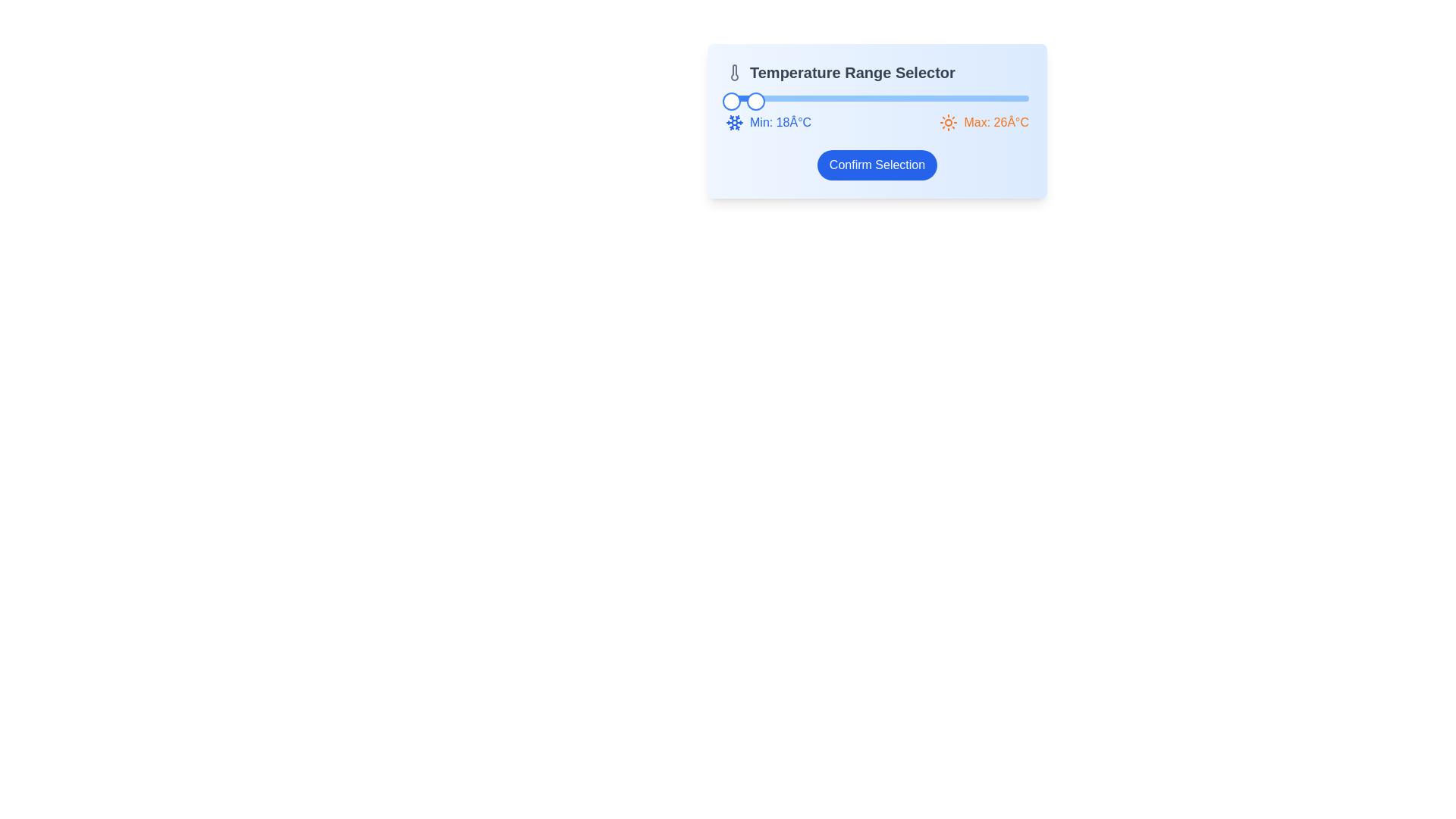 Image resolution: width=1456 pixels, height=819 pixels. Describe the element at coordinates (746, 102) in the screenshot. I see `the slider thumb` at that location.